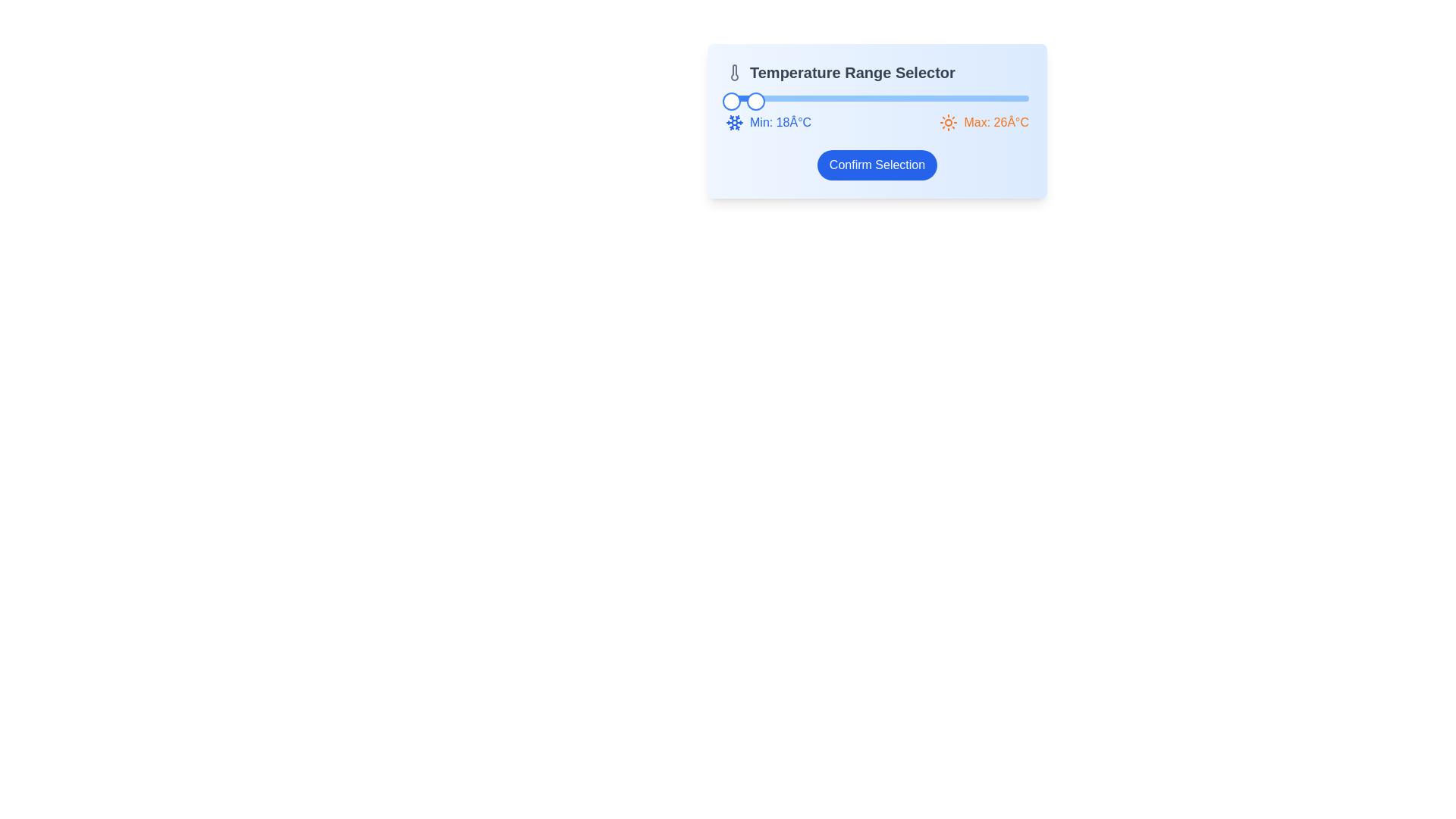 Image resolution: width=1456 pixels, height=819 pixels. Describe the element at coordinates (746, 102) in the screenshot. I see `the slider thumb` at that location.